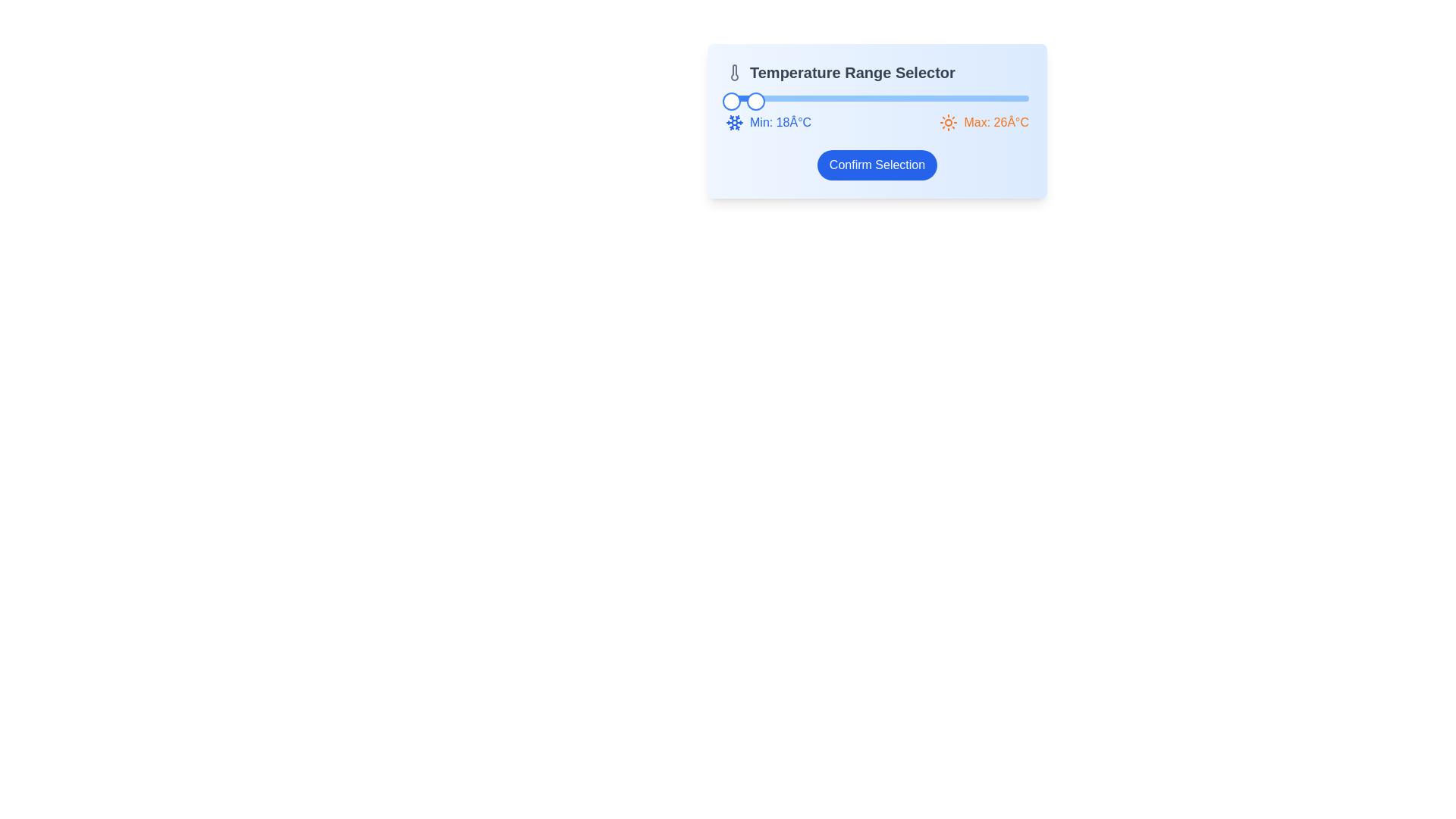 Image resolution: width=1456 pixels, height=819 pixels. Describe the element at coordinates (746, 102) in the screenshot. I see `the slider thumb` at that location.